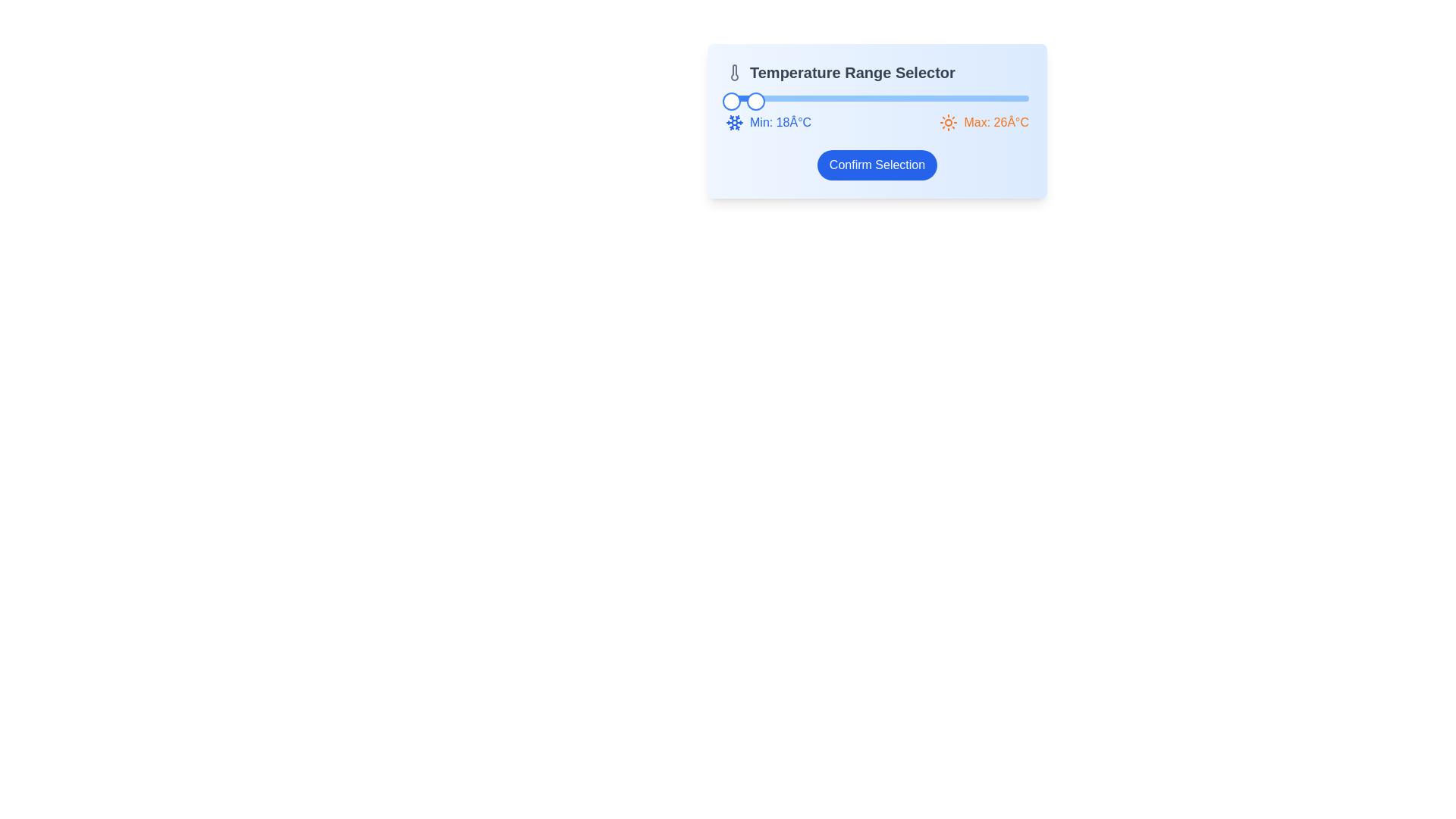 Image resolution: width=1456 pixels, height=819 pixels. Describe the element at coordinates (746, 102) in the screenshot. I see `the slider thumb` at that location.